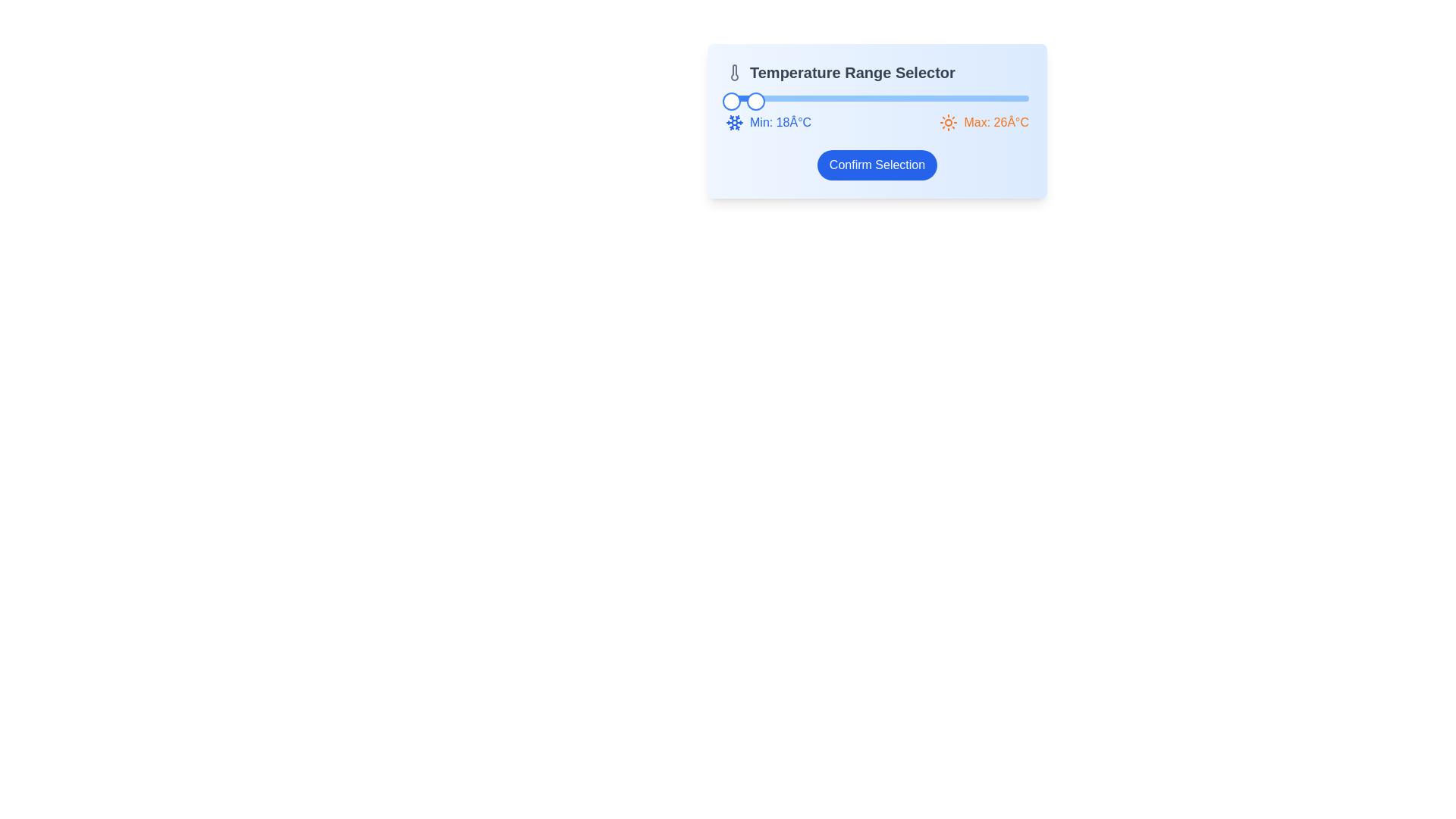 Image resolution: width=1456 pixels, height=819 pixels. Describe the element at coordinates (746, 102) in the screenshot. I see `the slider thumb` at that location.